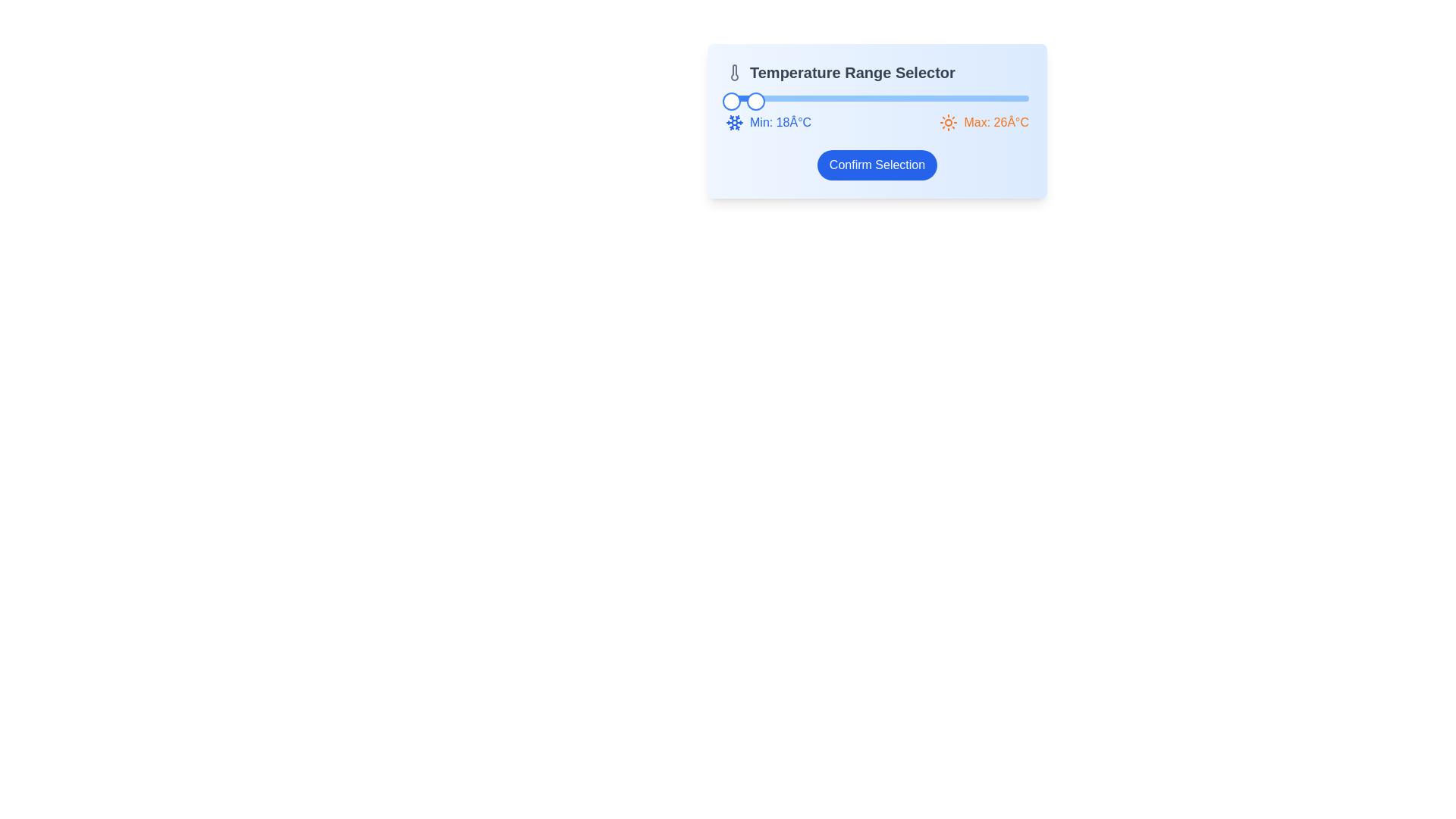 Image resolution: width=1456 pixels, height=819 pixels. Describe the element at coordinates (746, 102) in the screenshot. I see `the slider thumb` at that location.